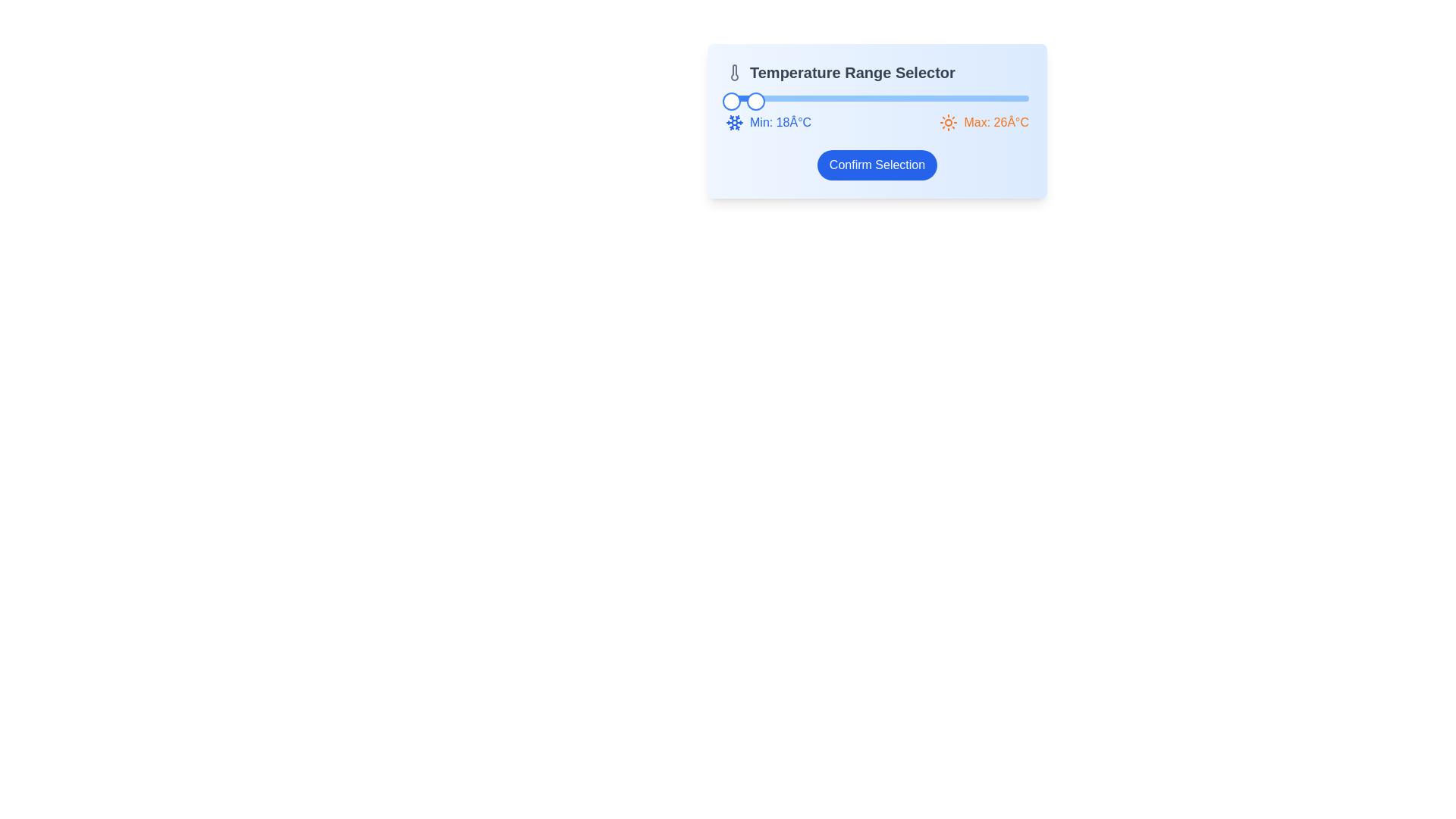 Image resolution: width=1456 pixels, height=819 pixels. Describe the element at coordinates (746, 102) in the screenshot. I see `the slider thumb` at that location.